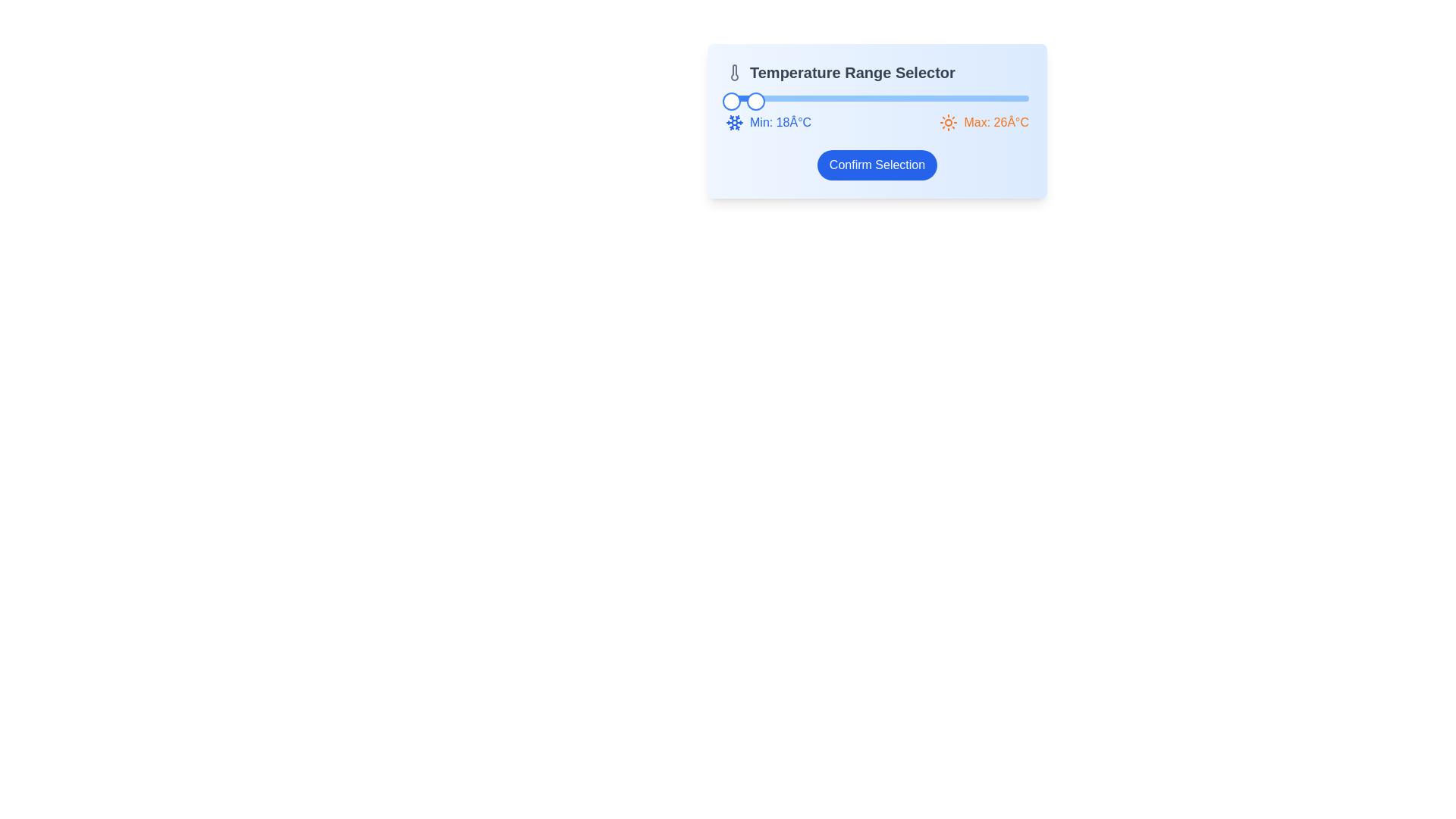 Image resolution: width=1456 pixels, height=819 pixels. Describe the element at coordinates (746, 102) in the screenshot. I see `the slider thumb` at that location.